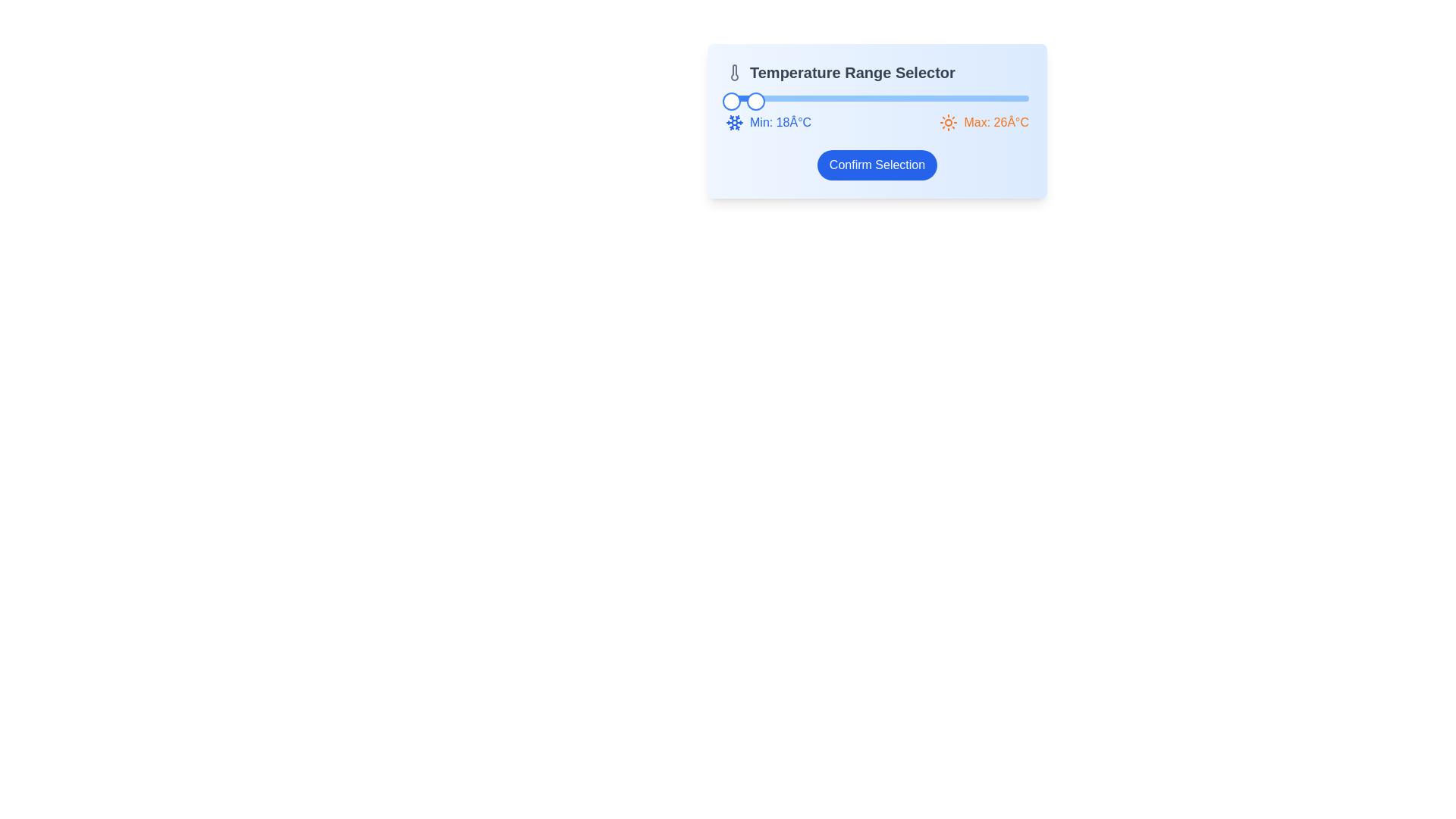 Image resolution: width=1456 pixels, height=819 pixels. Describe the element at coordinates (746, 102) in the screenshot. I see `the slider thumb` at that location.